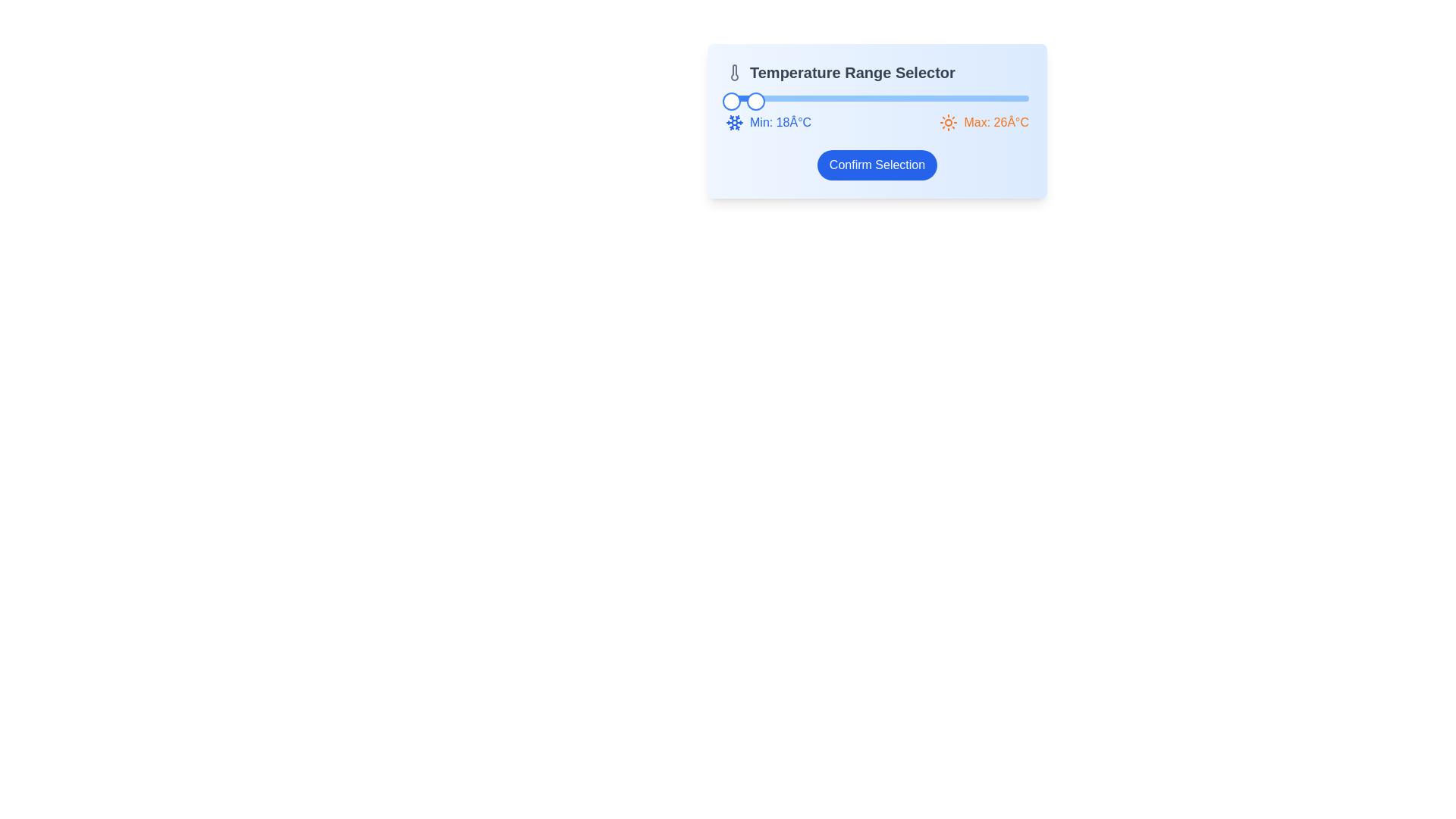 Image resolution: width=1456 pixels, height=819 pixels. Describe the element at coordinates (746, 102) in the screenshot. I see `the slider thumb` at that location.